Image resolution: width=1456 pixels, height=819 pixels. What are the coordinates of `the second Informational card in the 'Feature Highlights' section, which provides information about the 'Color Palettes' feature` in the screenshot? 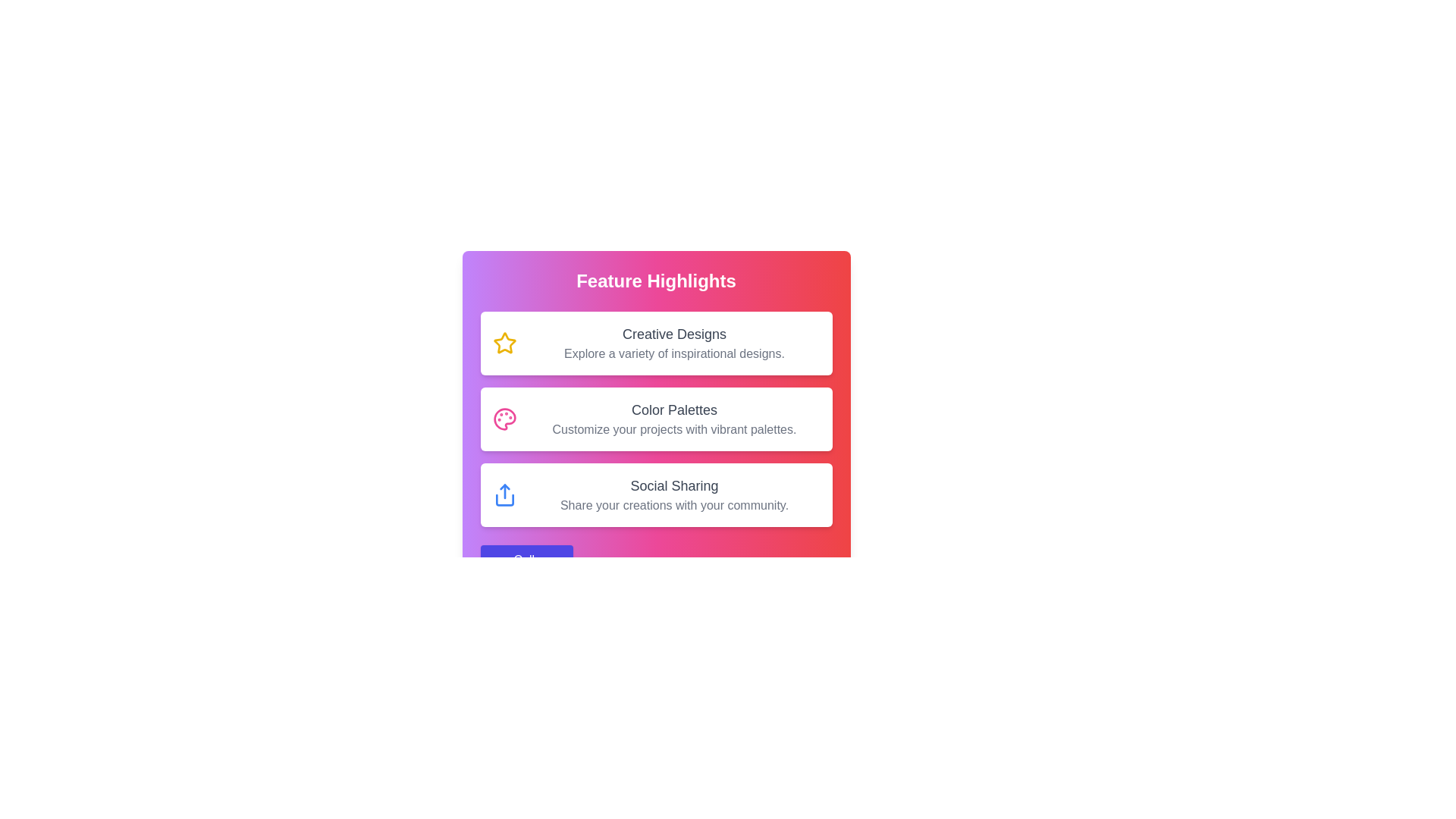 It's located at (656, 419).